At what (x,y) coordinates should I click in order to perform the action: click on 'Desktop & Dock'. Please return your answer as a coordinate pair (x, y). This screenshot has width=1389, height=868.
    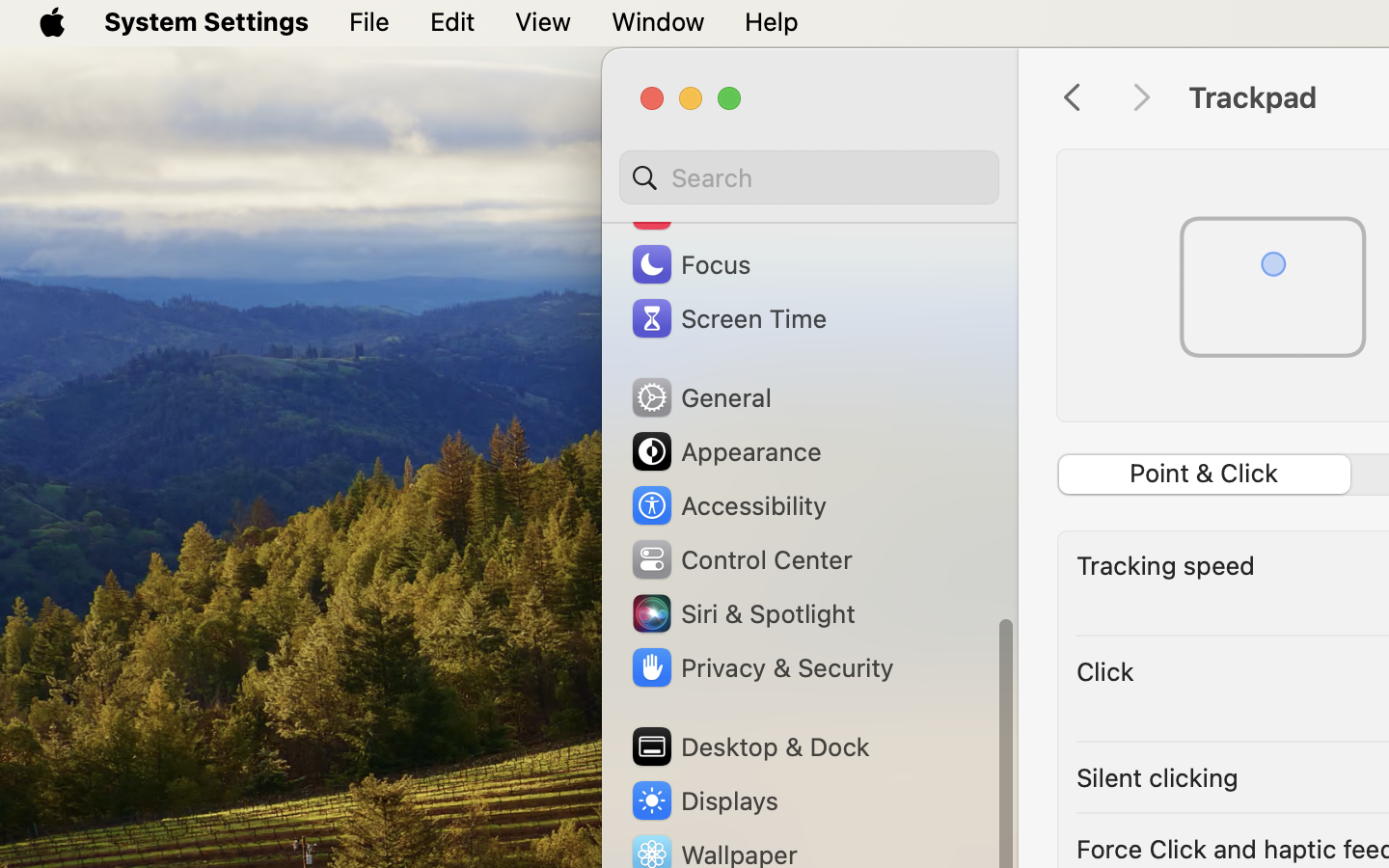
    Looking at the image, I should click on (749, 746).